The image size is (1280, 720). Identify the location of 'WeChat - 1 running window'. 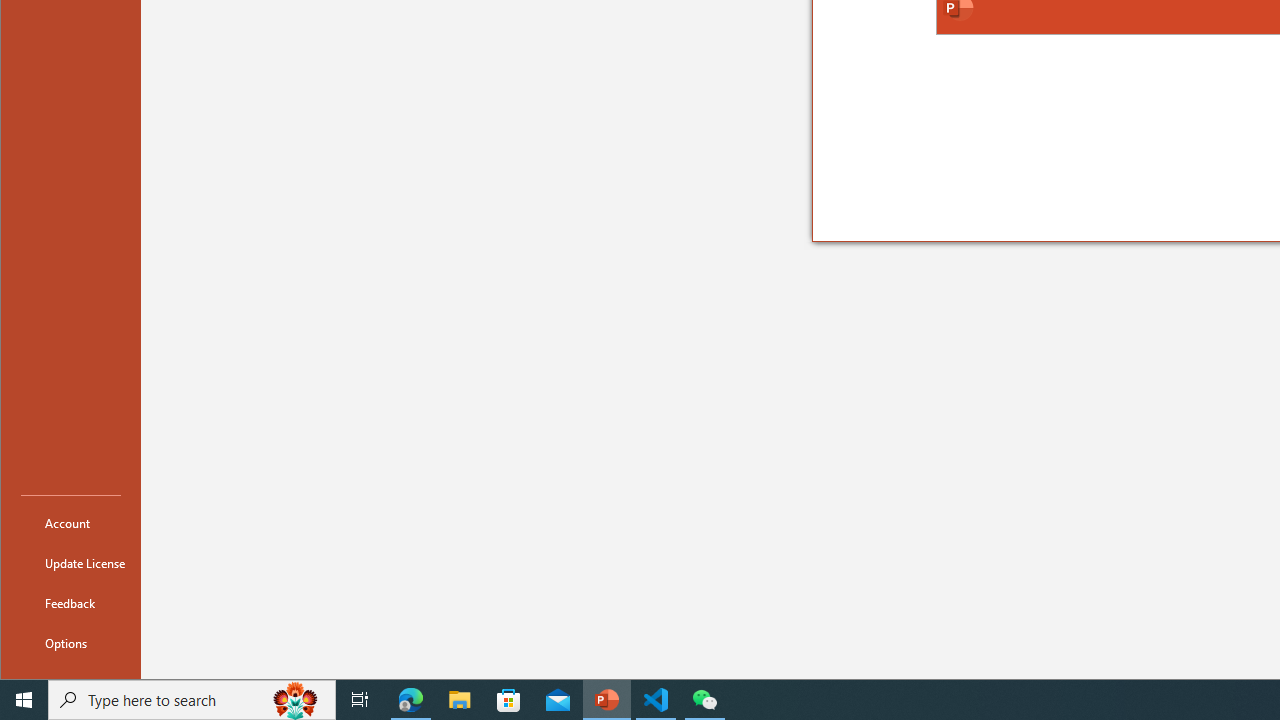
(705, 698).